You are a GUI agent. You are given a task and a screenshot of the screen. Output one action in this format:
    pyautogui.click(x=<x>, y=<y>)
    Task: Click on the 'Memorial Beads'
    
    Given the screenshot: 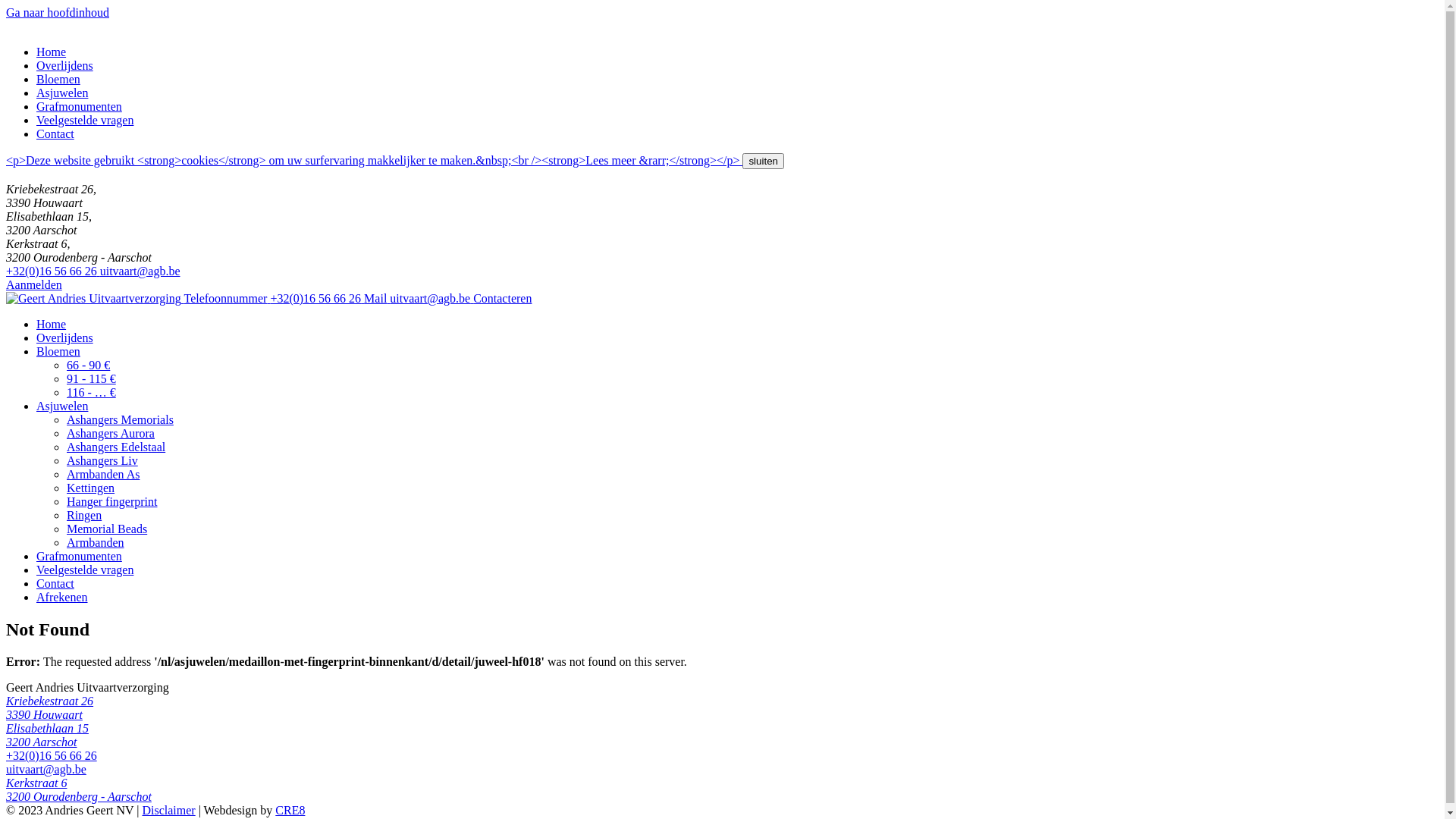 What is the action you would take?
    pyautogui.click(x=65, y=528)
    